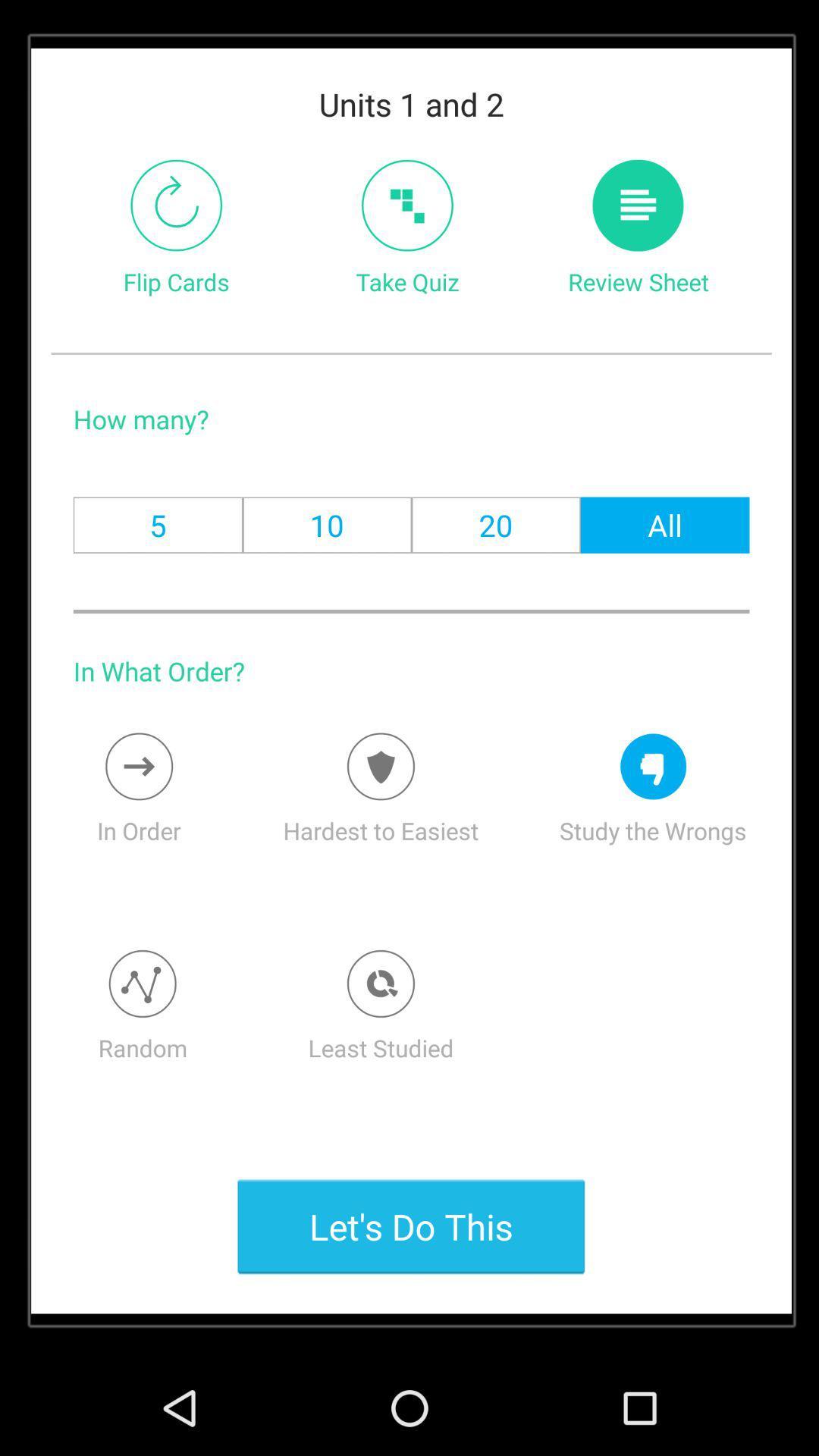  I want to click on the icon next to take quiz icon, so click(638, 205).